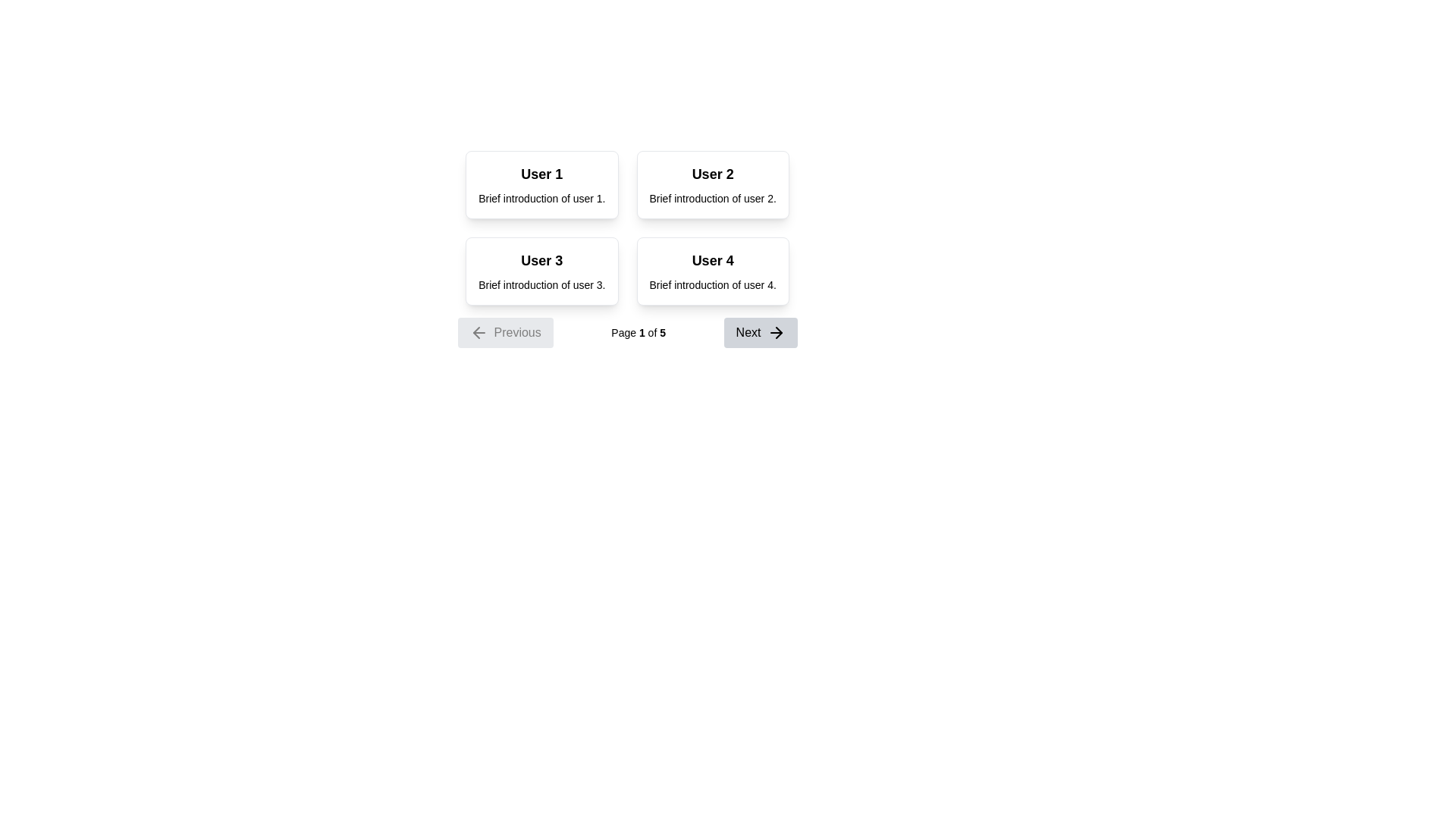 This screenshot has height=819, width=1456. Describe the element at coordinates (776, 332) in the screenshot. I see `the right-pointing arrow icon that is part of the 'Next' button located near the bottom right corner of the content window` at that location.